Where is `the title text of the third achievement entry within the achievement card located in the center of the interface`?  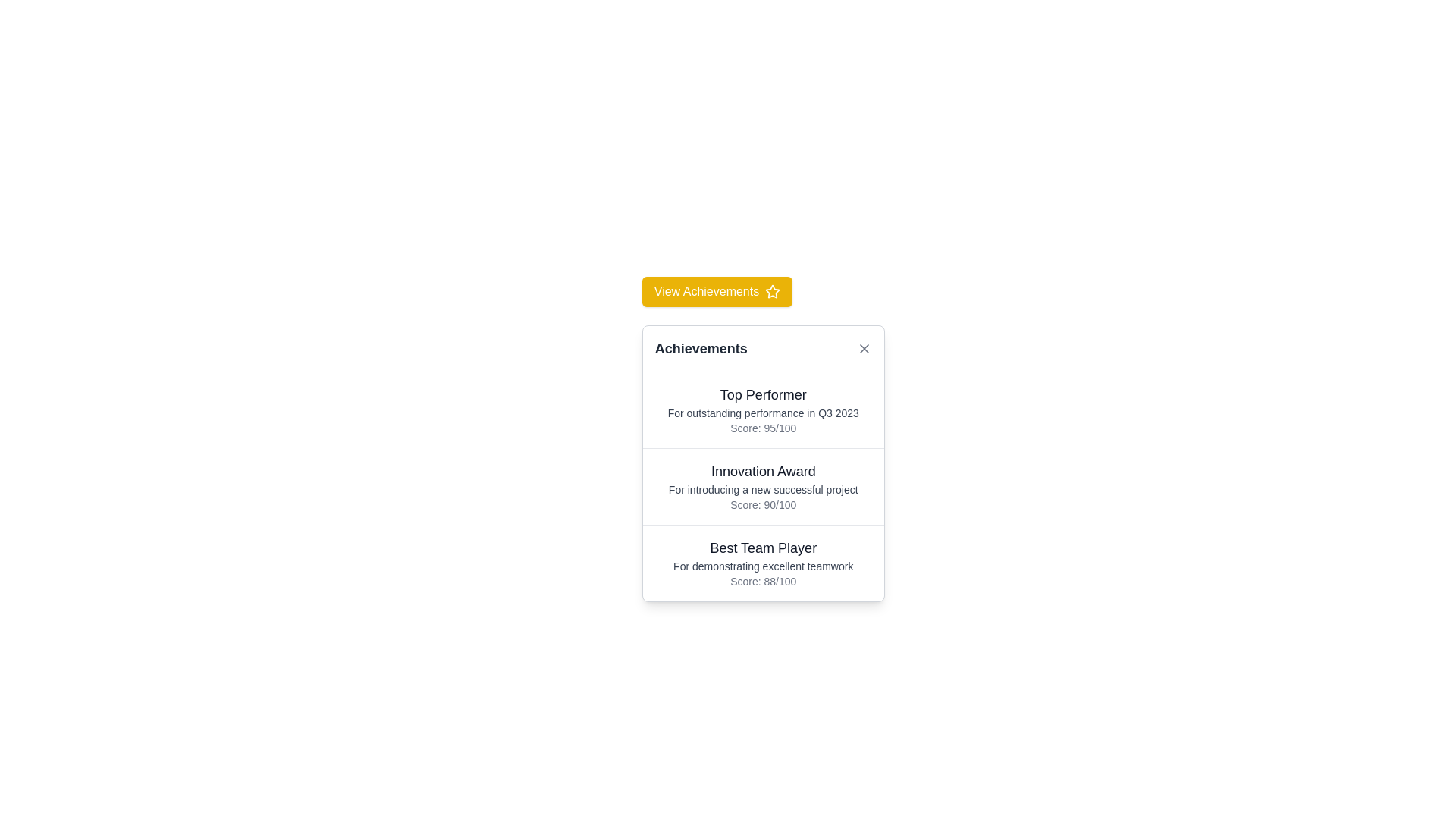
the title text of the third achievement entry within the achievement card located in the center of the interface is located at coordinates (763, 548).